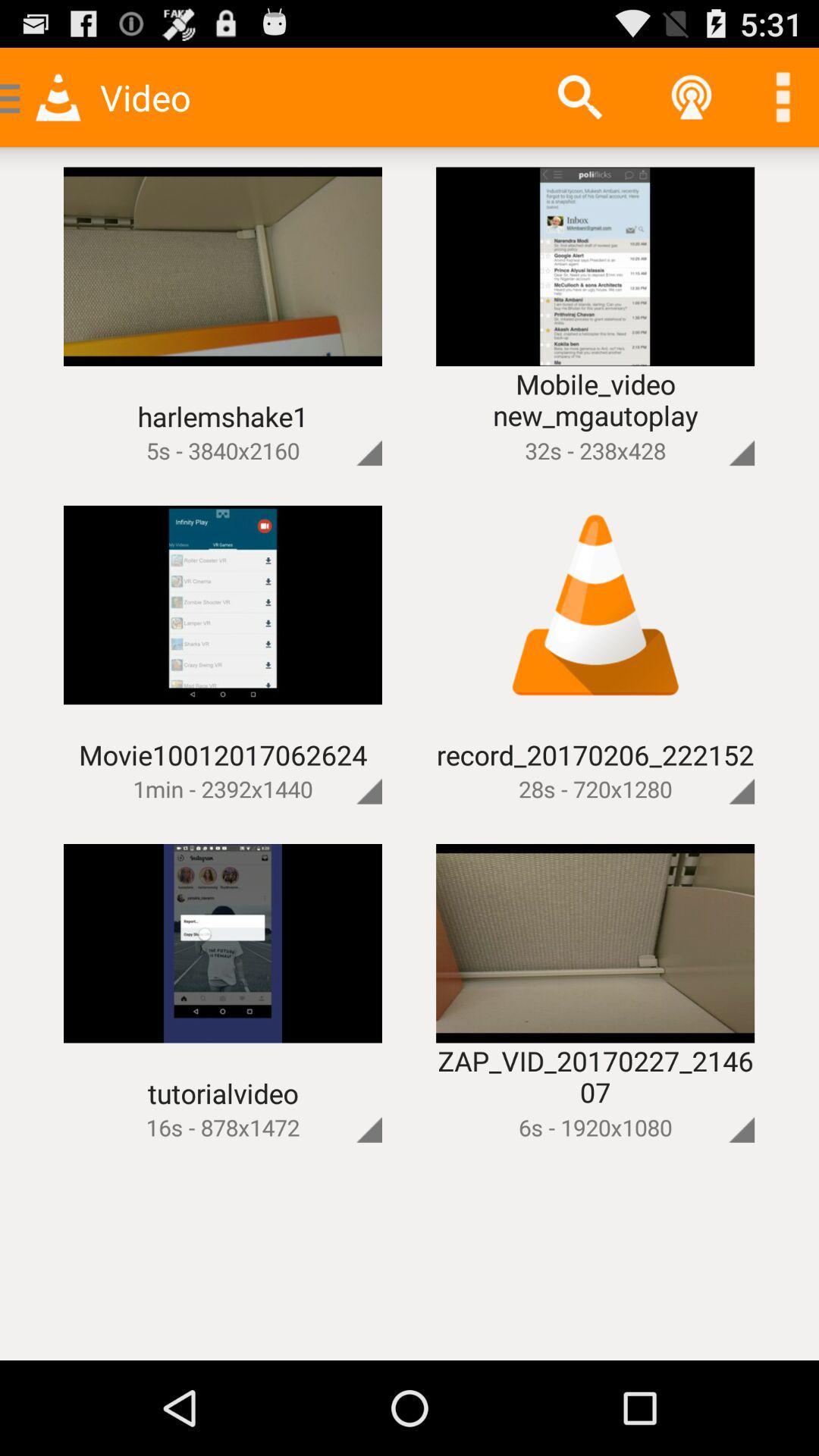  Describe the element at coordinates (344, 426) in the screenshot. I see `a select option` at that location.